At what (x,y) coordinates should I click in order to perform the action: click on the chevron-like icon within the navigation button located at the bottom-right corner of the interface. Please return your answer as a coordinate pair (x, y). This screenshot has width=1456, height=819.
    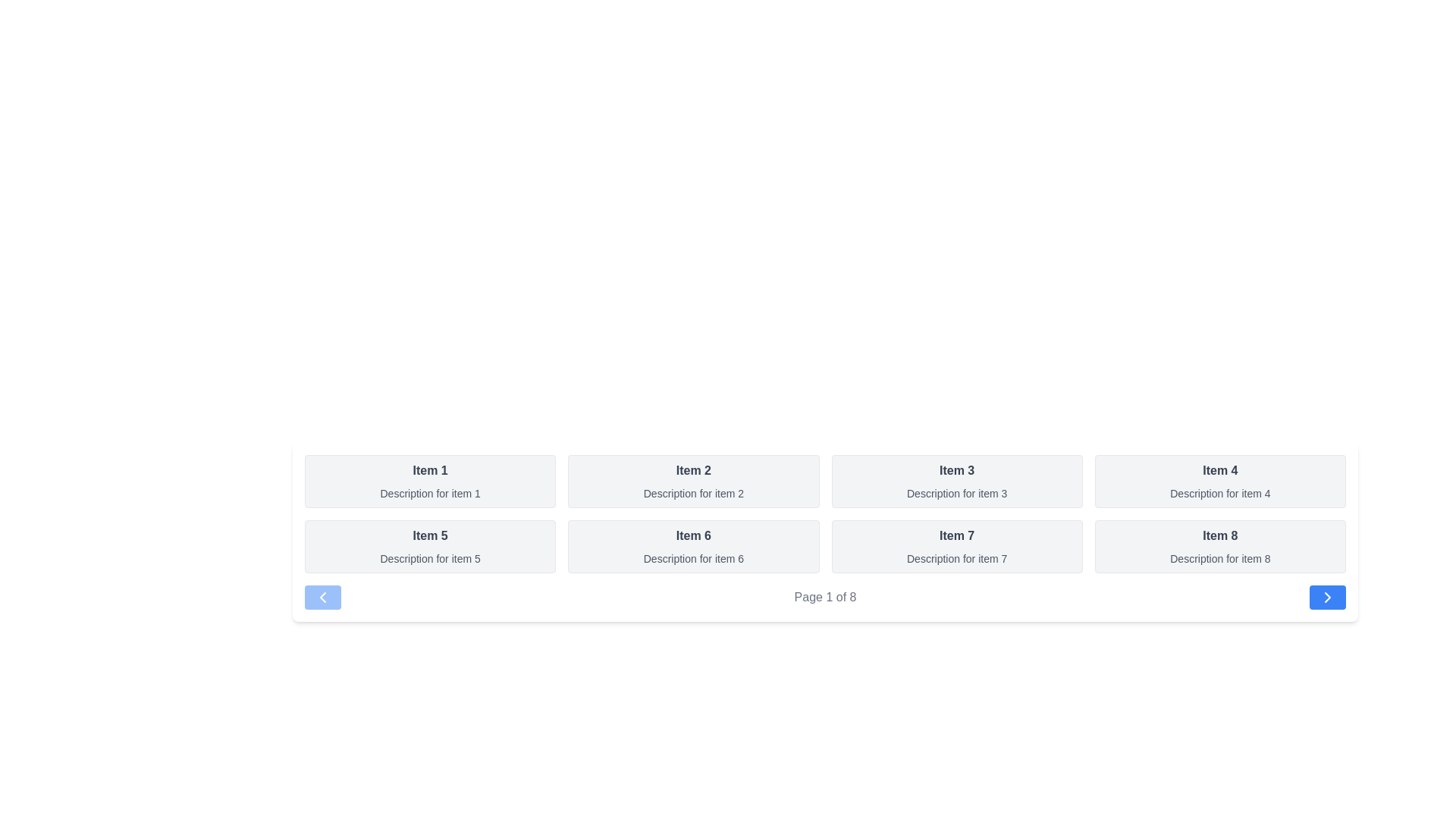
    Looking at the image, I should click on (1327, 596).